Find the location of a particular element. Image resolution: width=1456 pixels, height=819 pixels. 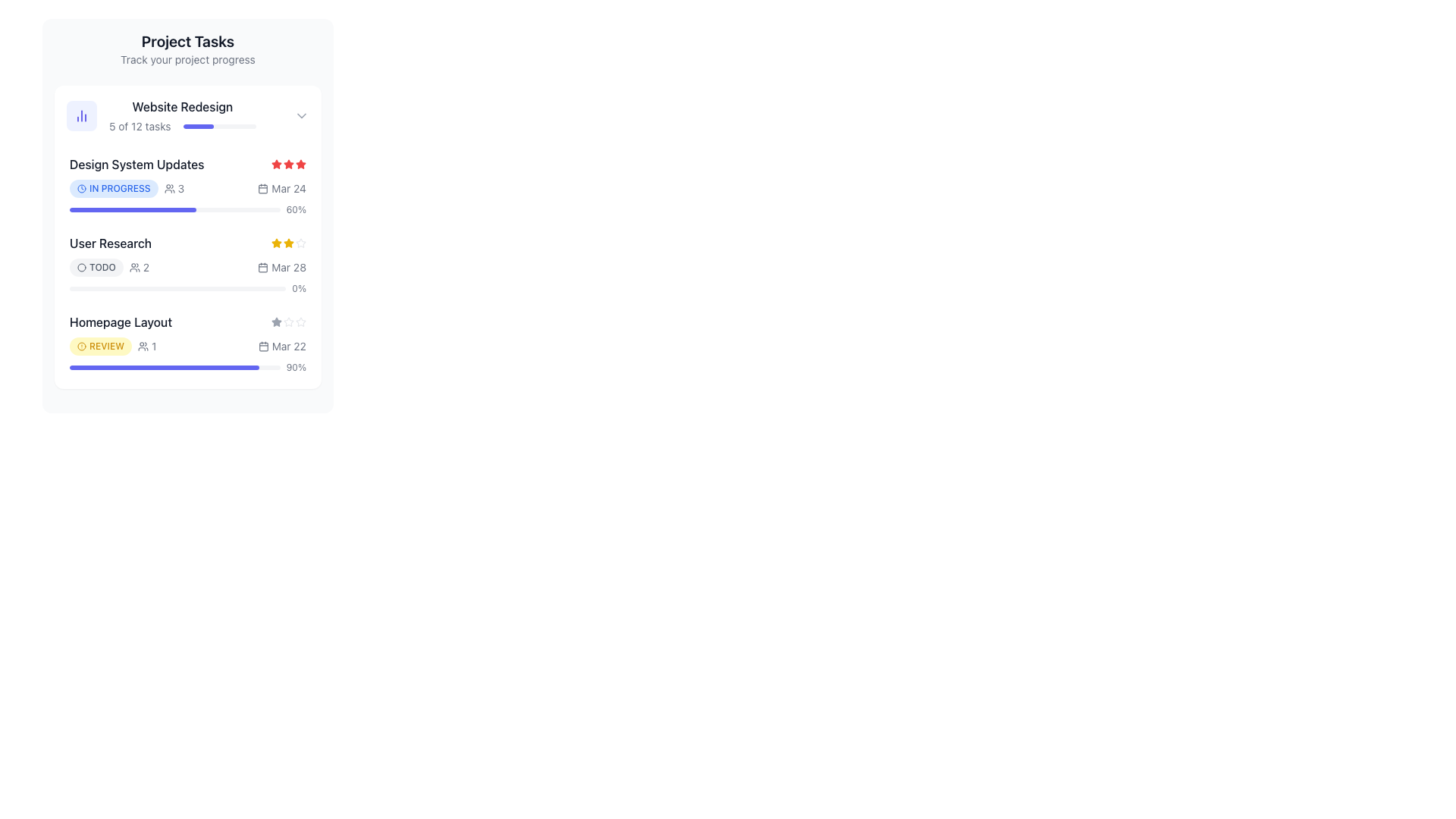

progress percentage from the progress bar representing the completion status of the 'Homepage Layout' task, which shows that it is 90% complete is located at coordinates (187, 368).